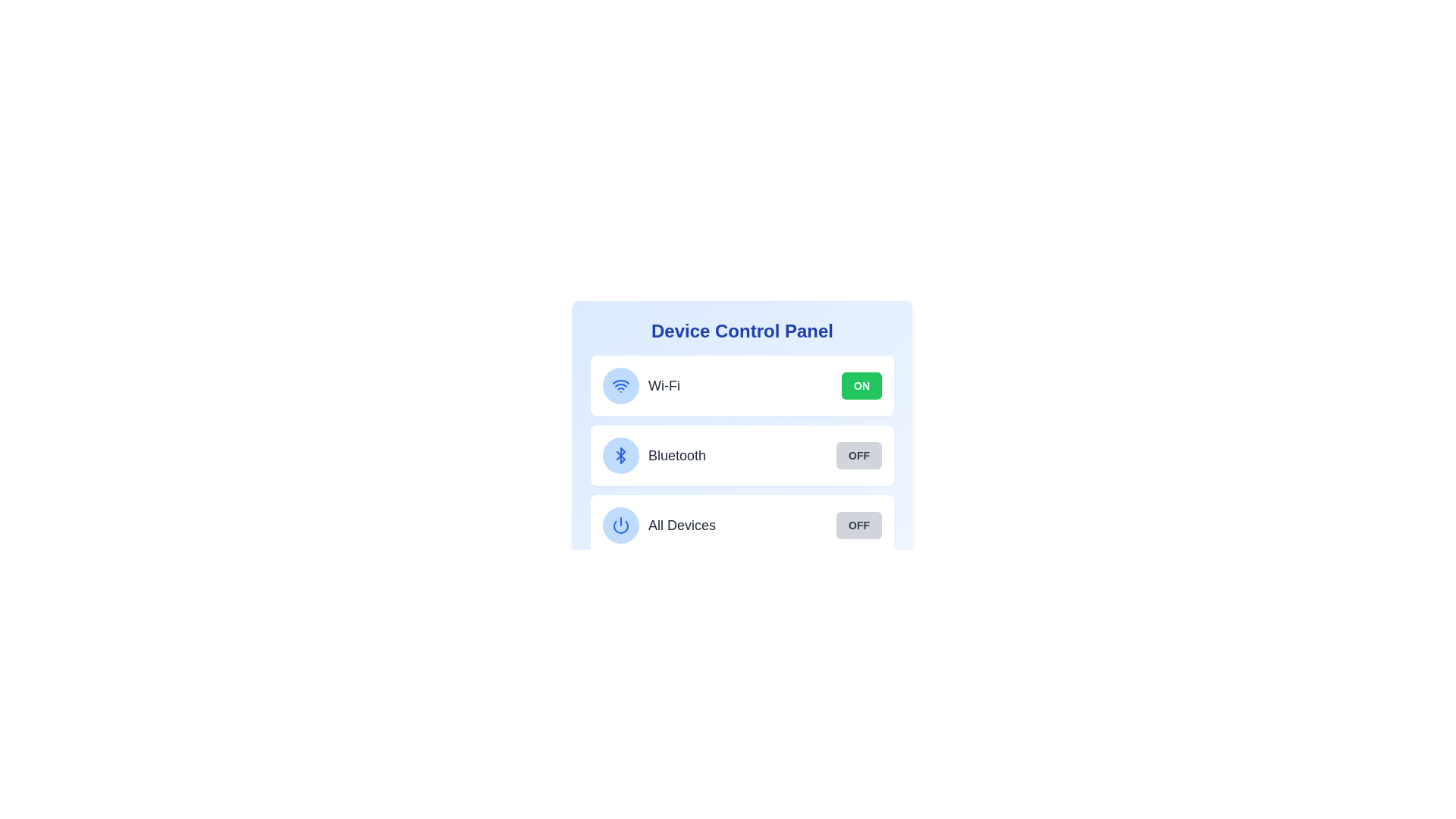 The image size is (1456, 819). What do you see at coordinates (659, 525) in the screenshot?
I see `the informational label and icon representing the status of 'All Devices', located in the third section of the 'Device Control Panel', immediately below the 'Bluetooth' section` at bounding box center [659, 525].